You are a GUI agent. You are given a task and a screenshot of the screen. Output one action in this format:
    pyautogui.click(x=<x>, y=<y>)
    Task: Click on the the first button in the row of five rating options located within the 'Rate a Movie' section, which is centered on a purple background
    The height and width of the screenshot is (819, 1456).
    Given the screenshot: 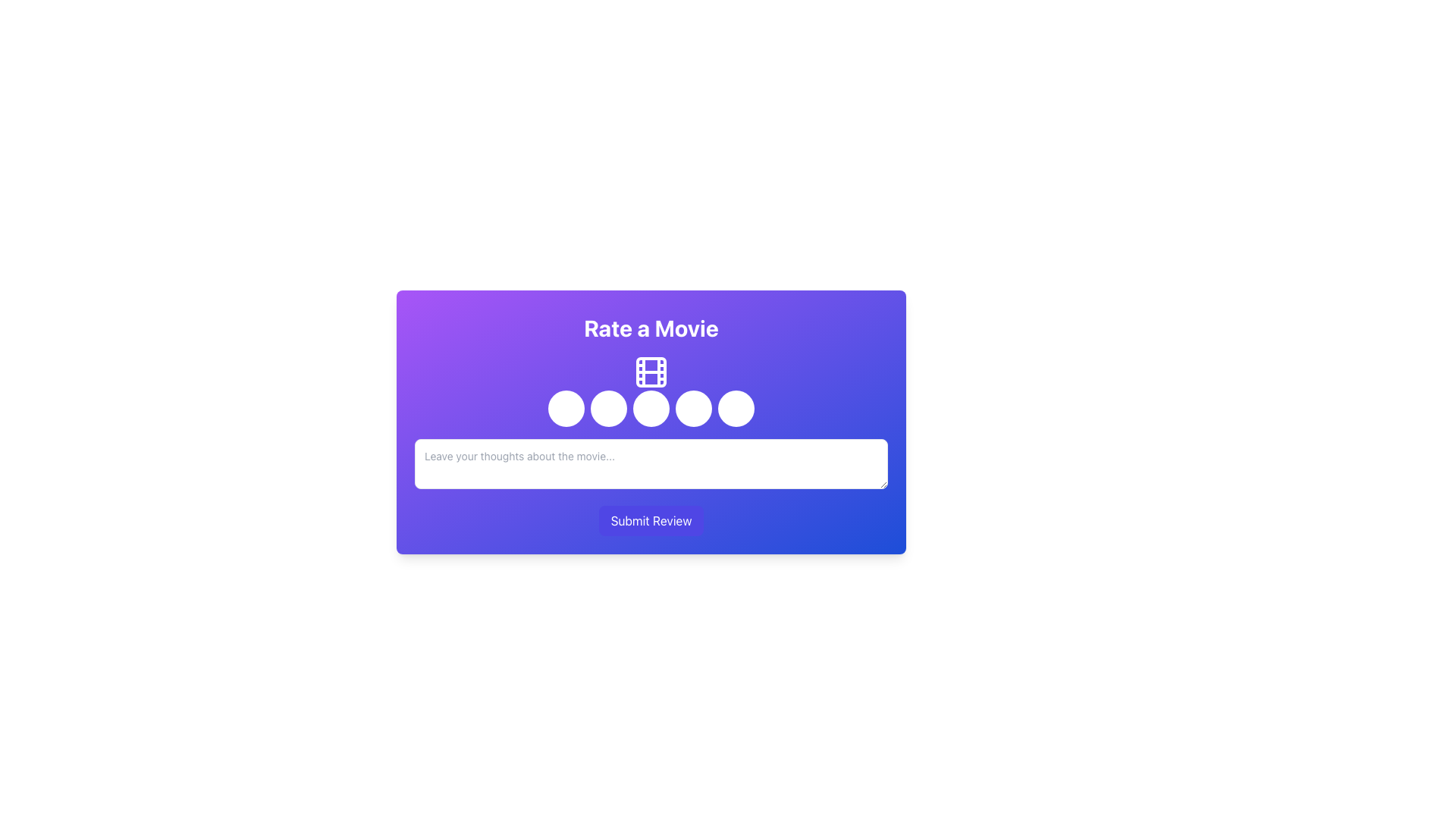 What is the action you would take?
    pyautogui.click(x=566, y=408)
    